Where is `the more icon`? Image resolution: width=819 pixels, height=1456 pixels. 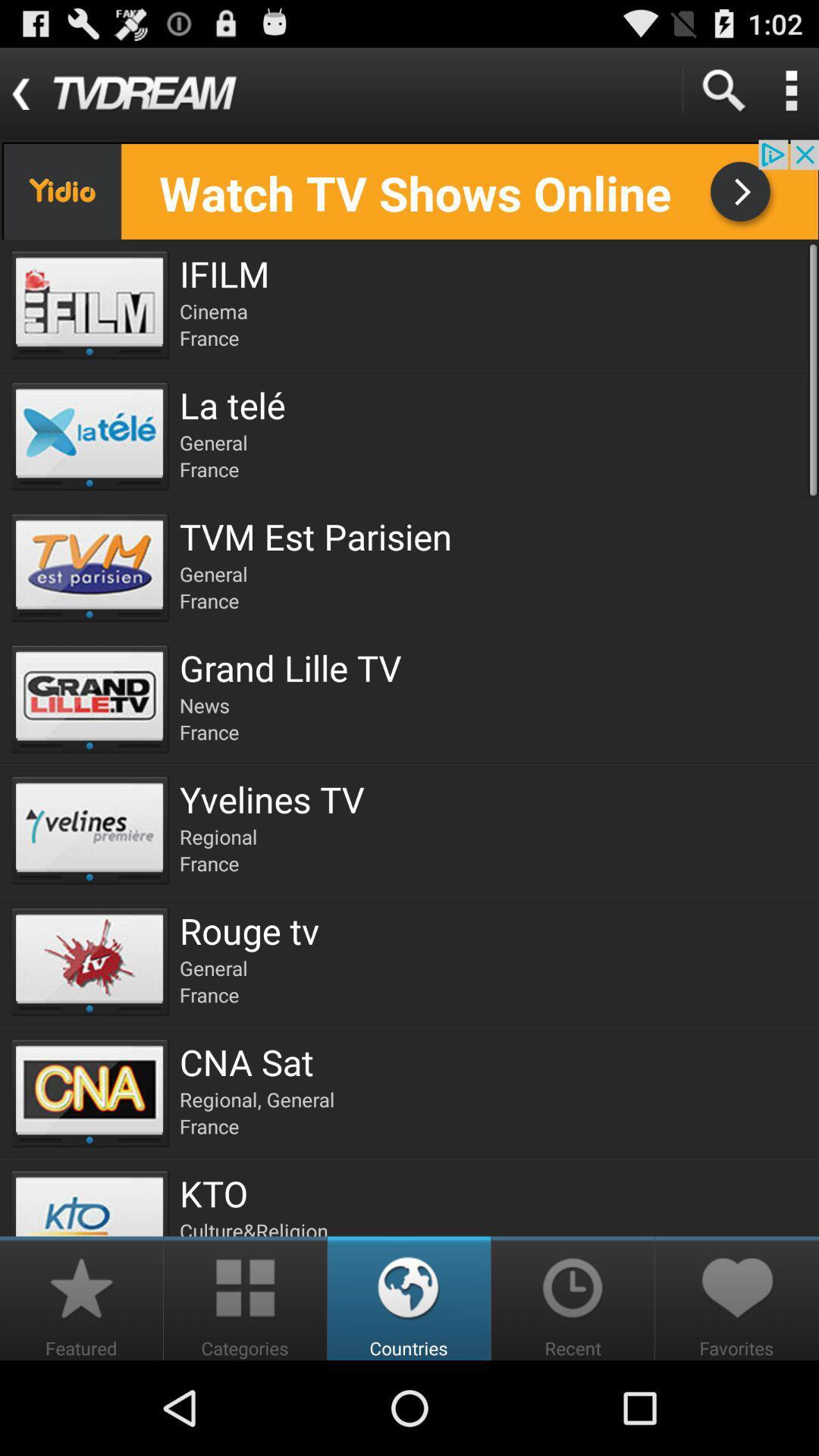
the more icon is located at coordinates (790, 96).